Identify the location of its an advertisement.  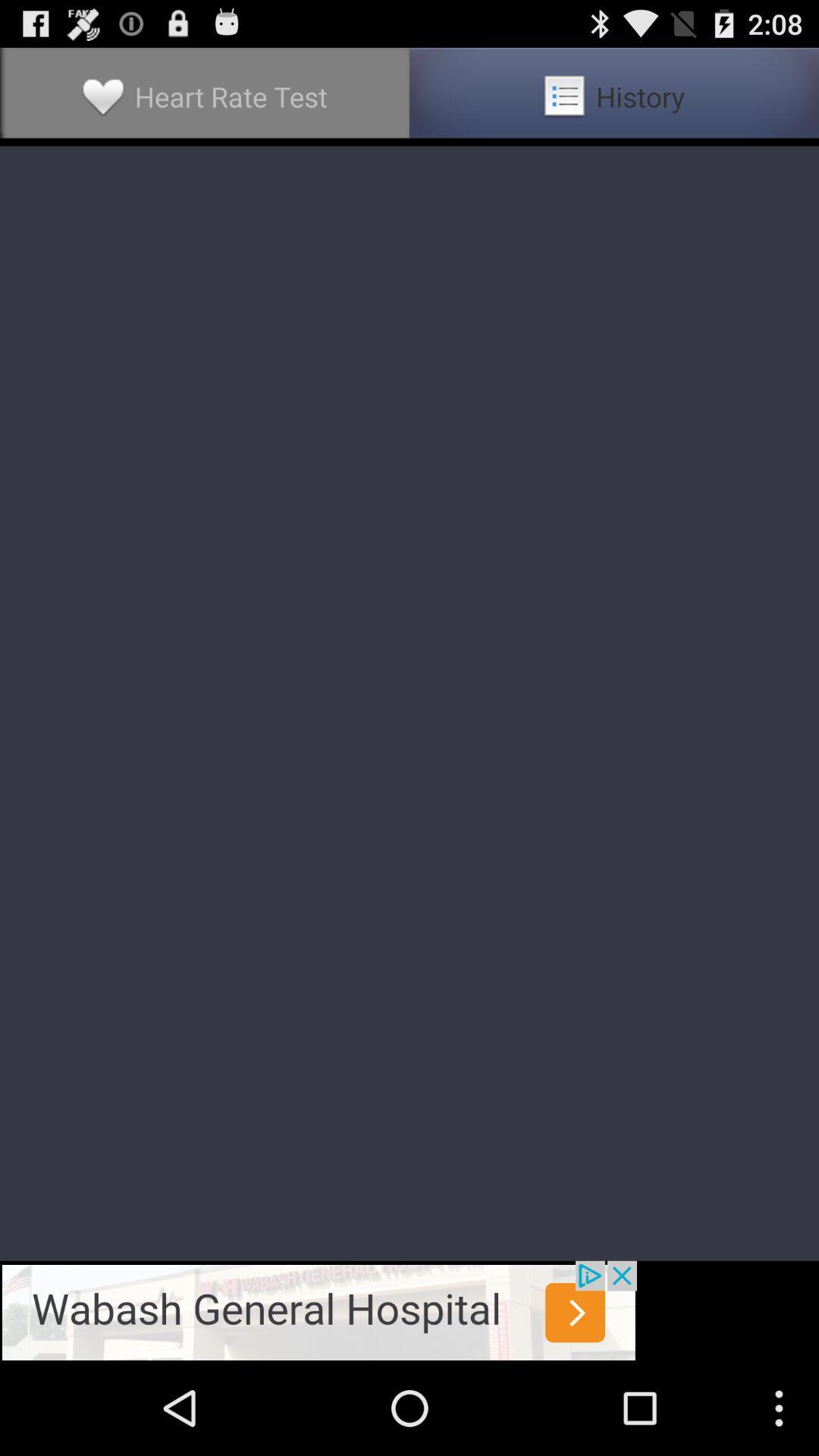
(318, 1310).